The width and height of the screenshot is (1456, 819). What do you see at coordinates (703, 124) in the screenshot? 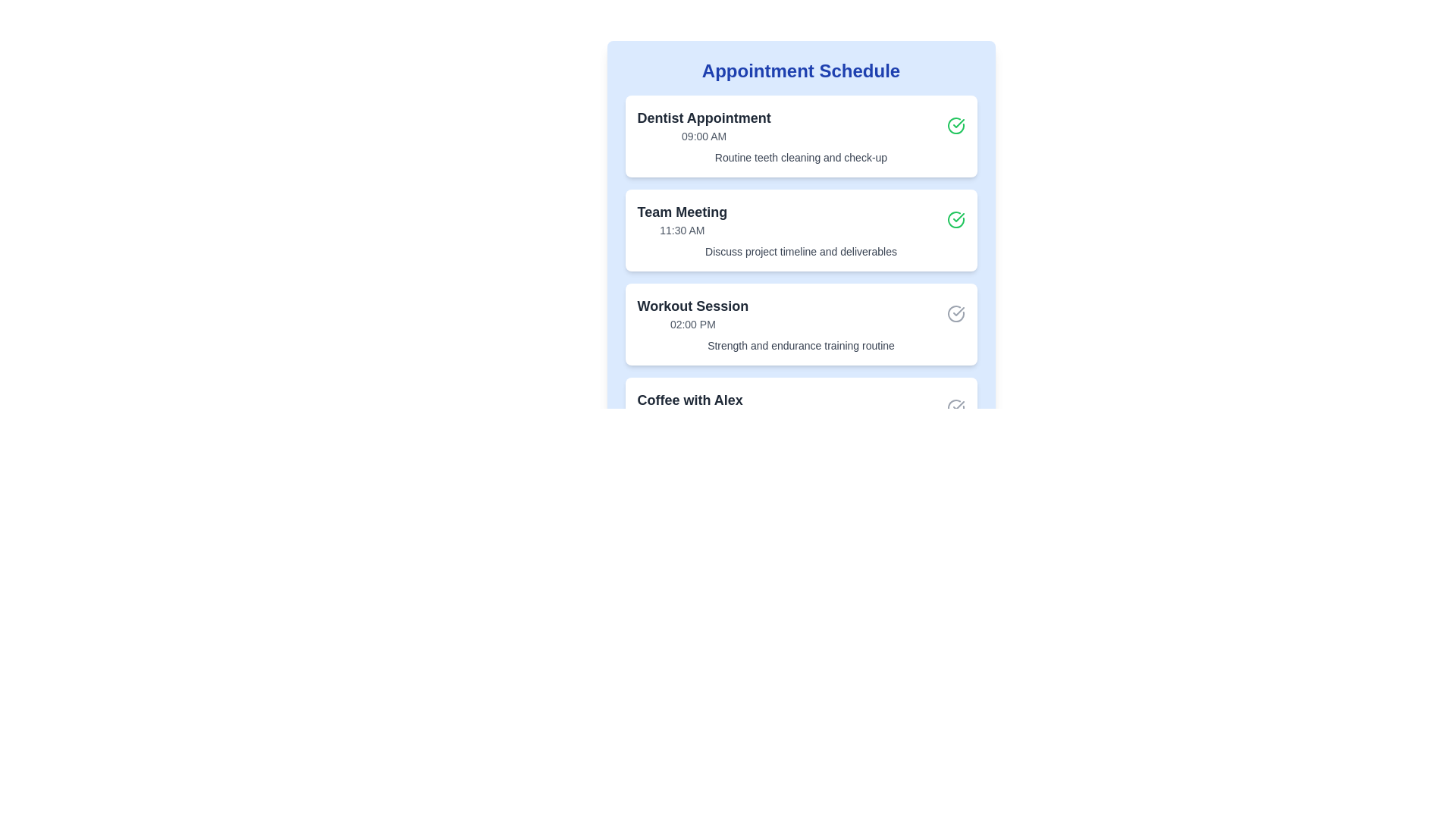
I see `the list item entry displaying 'Dentist Appointment' with the time '09:00 AM'` at bounding box center [703, 124].